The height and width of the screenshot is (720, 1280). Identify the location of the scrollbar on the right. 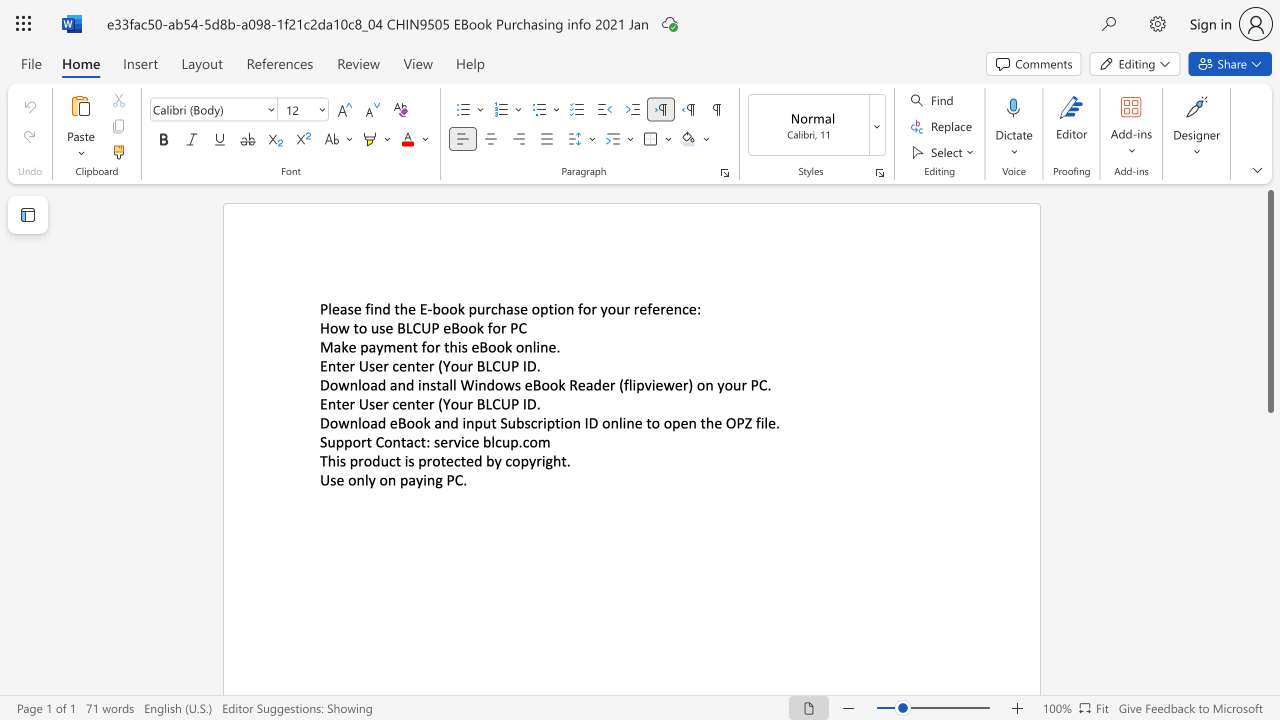
(1269, 438).